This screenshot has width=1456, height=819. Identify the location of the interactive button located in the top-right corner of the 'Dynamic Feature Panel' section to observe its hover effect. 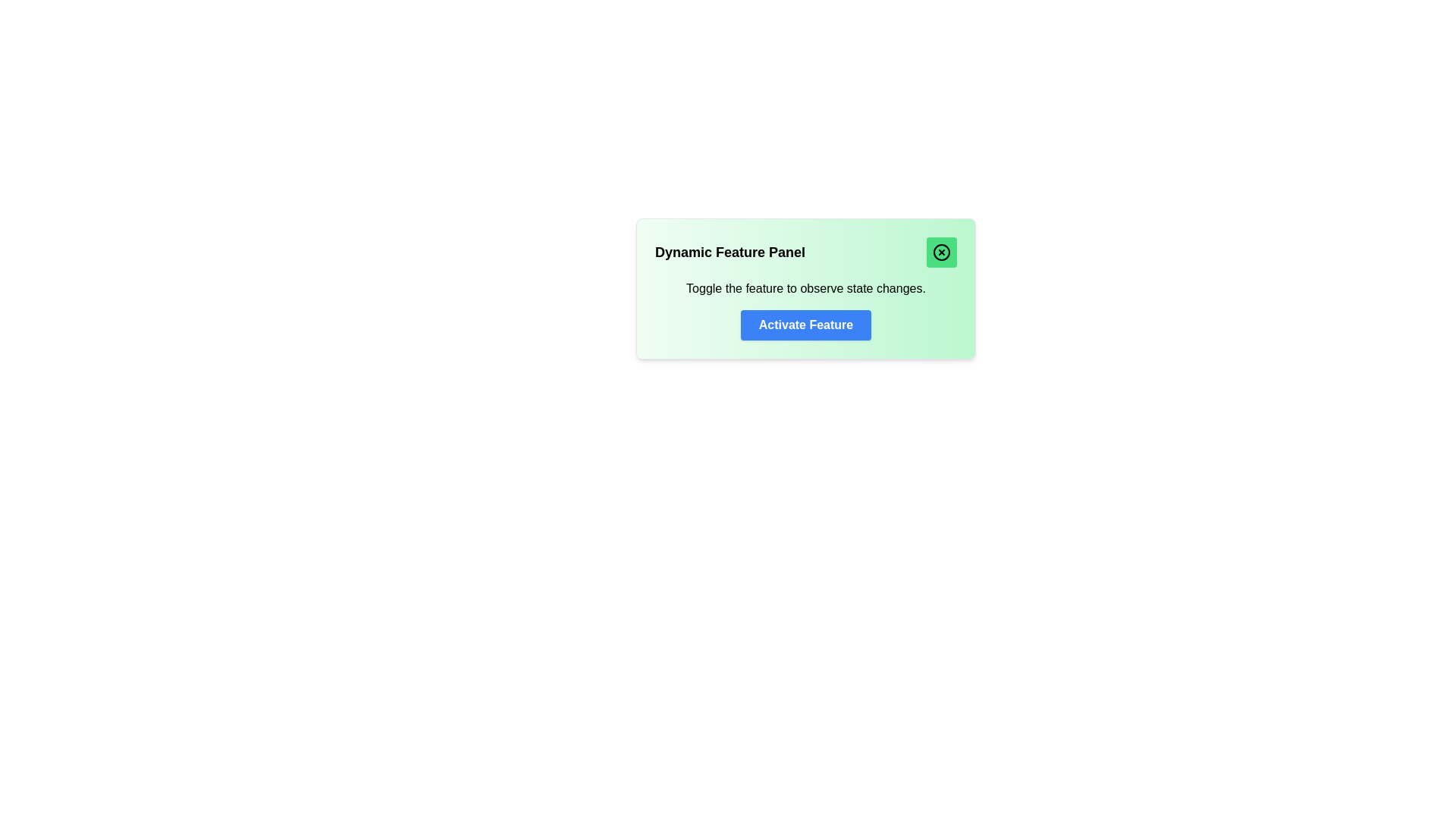
(941, 251).